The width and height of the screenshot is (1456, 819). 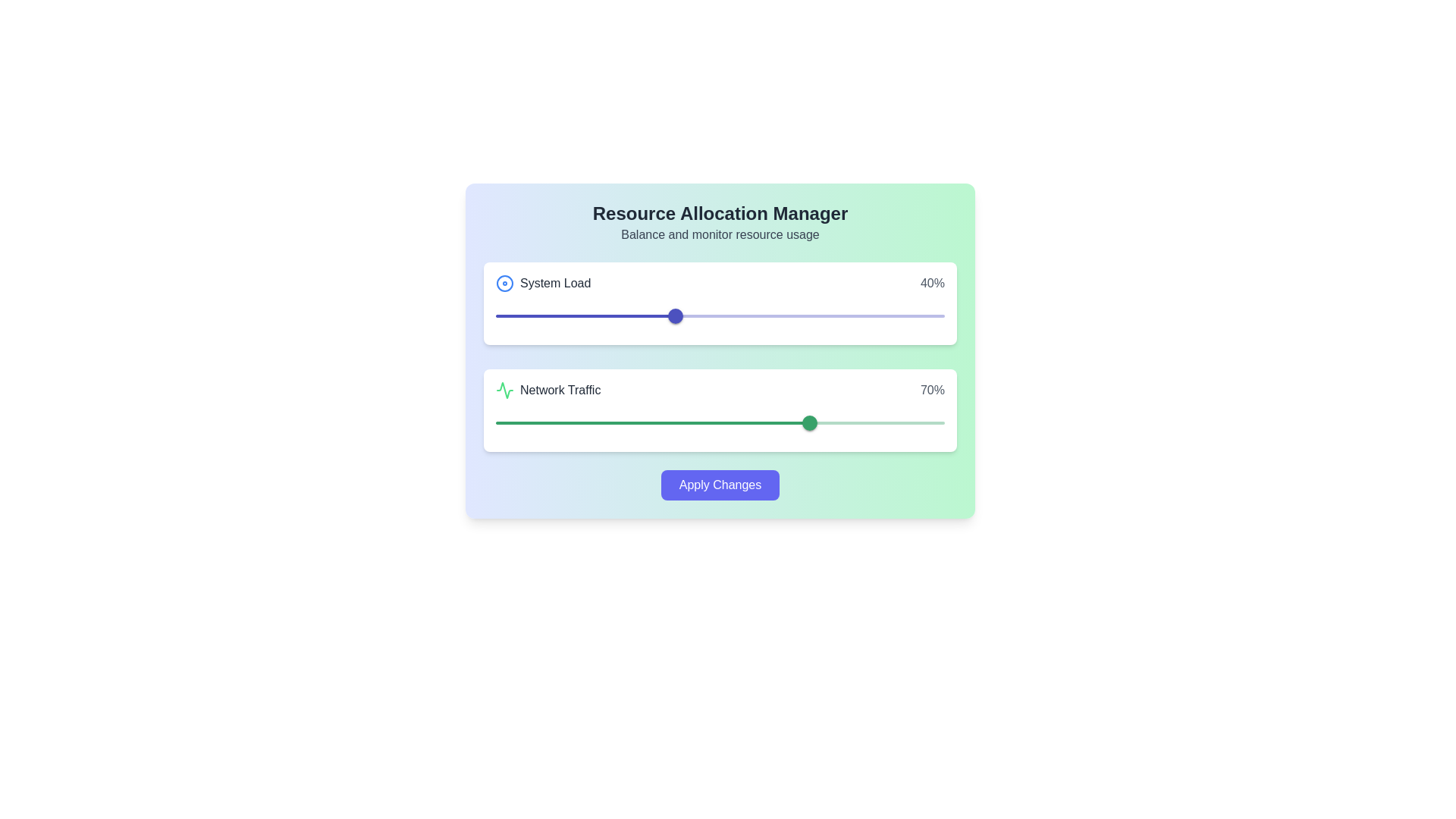 What do you see at coordinates (791, 423) in the screenshot?
I see `network traffic` at bounding box center [791, 423].